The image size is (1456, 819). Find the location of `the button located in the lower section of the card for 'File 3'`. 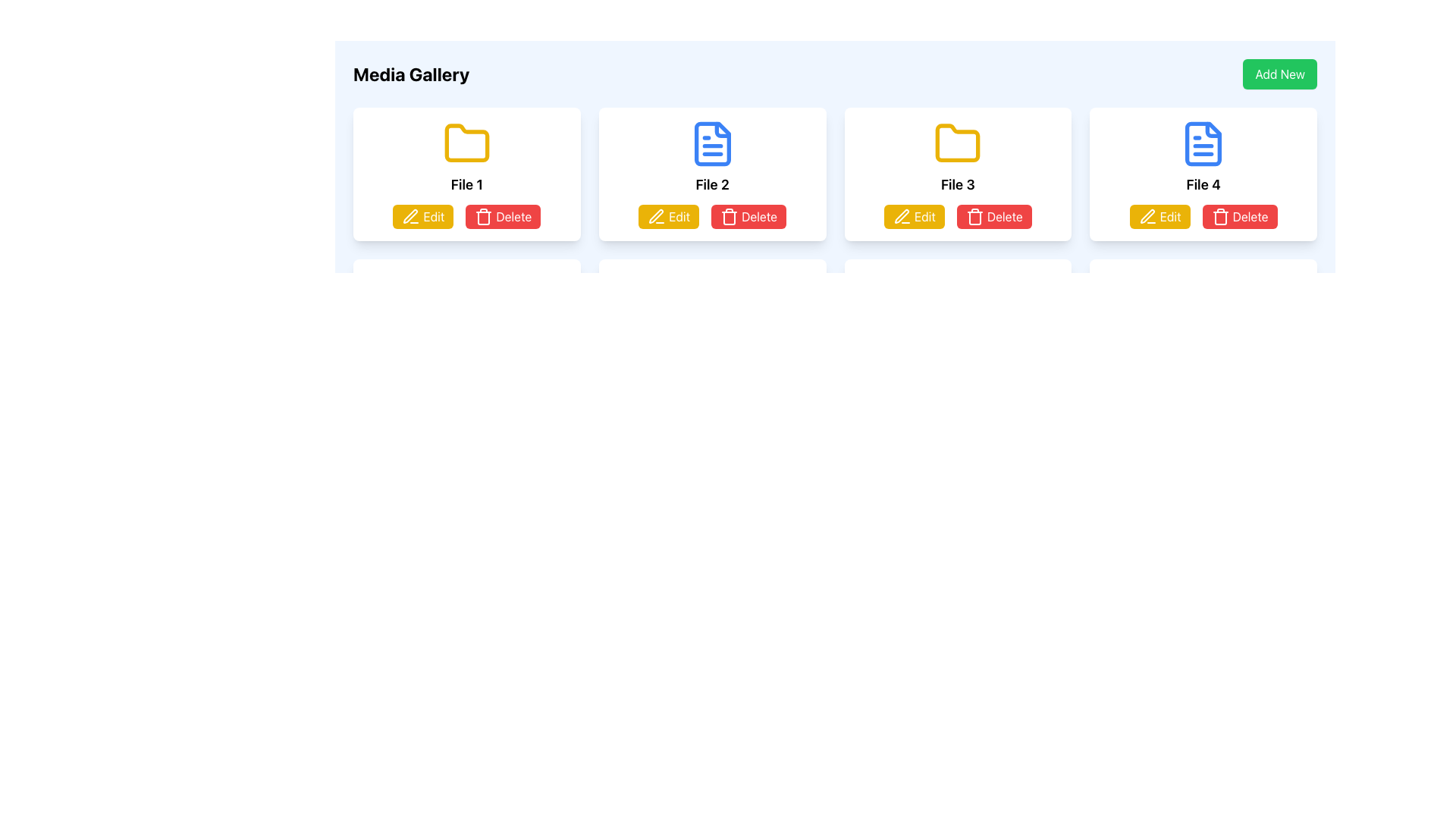

the button located in the lower section of the card for 'File 3' is located at coordinates (913, 216).